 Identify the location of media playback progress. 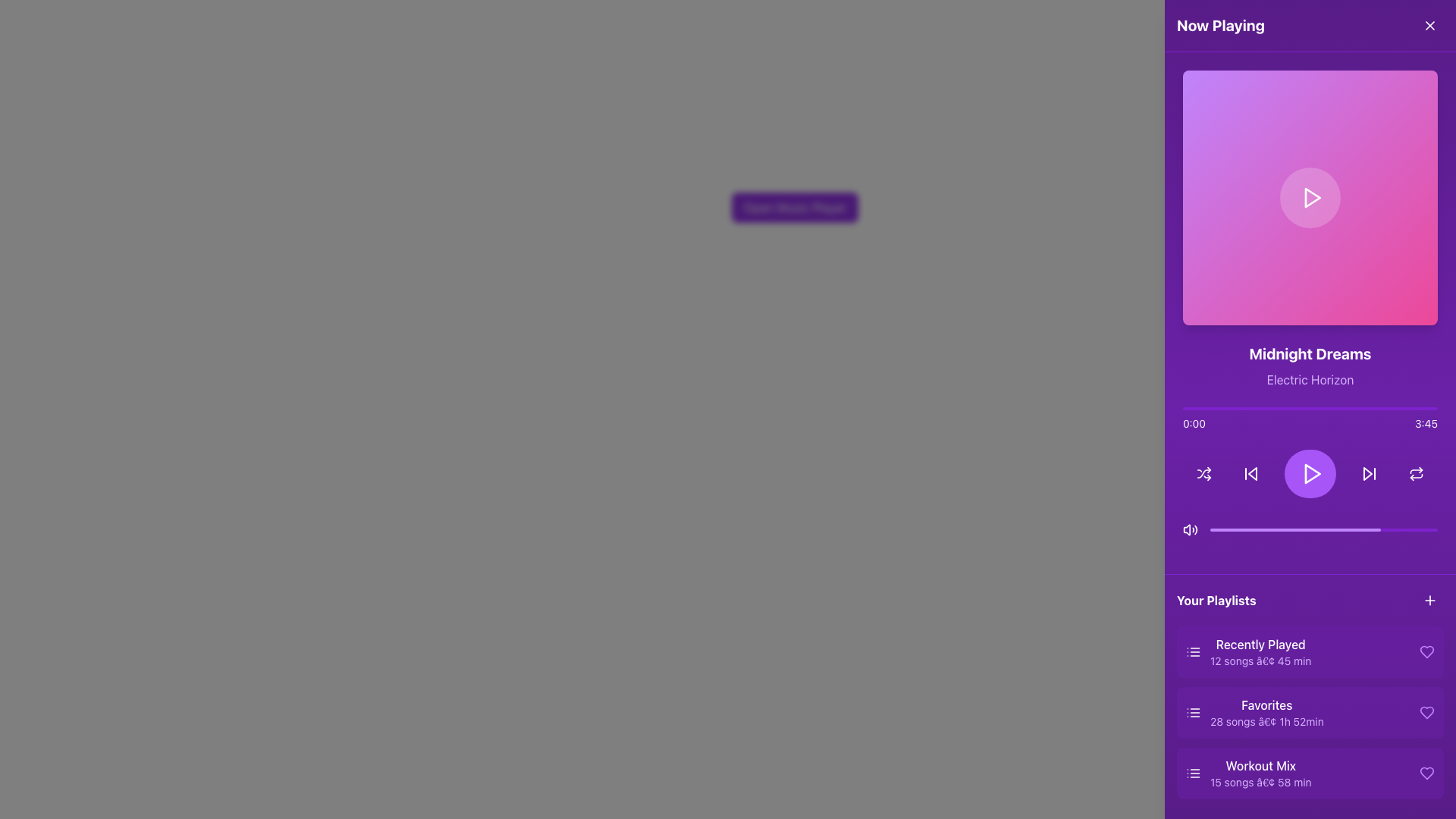
(1253, 529).